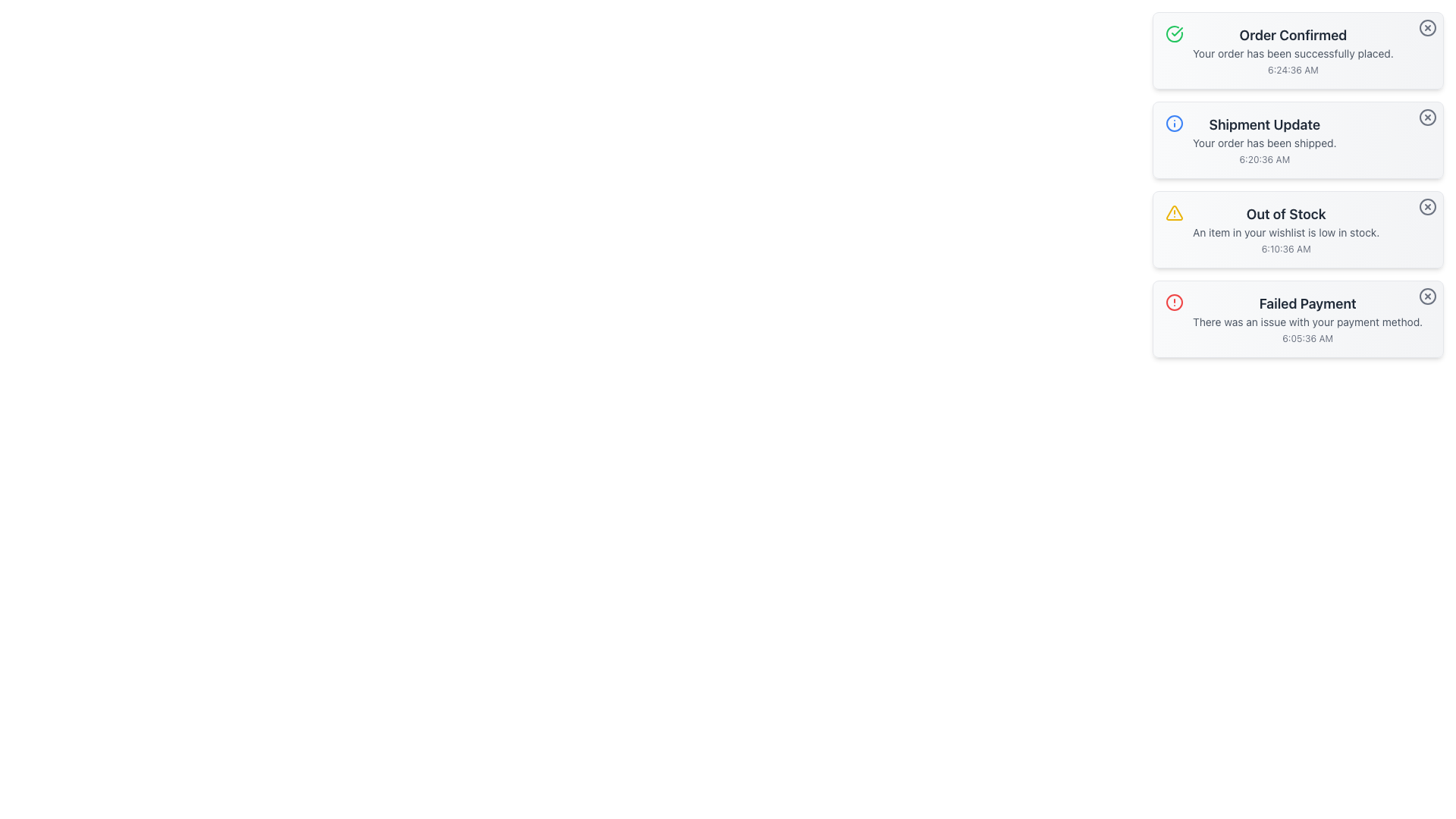  I want to click on the circular close-button icon located at the top-right corner of the 'Order Confirmed' notification card, so click(1426, 28).